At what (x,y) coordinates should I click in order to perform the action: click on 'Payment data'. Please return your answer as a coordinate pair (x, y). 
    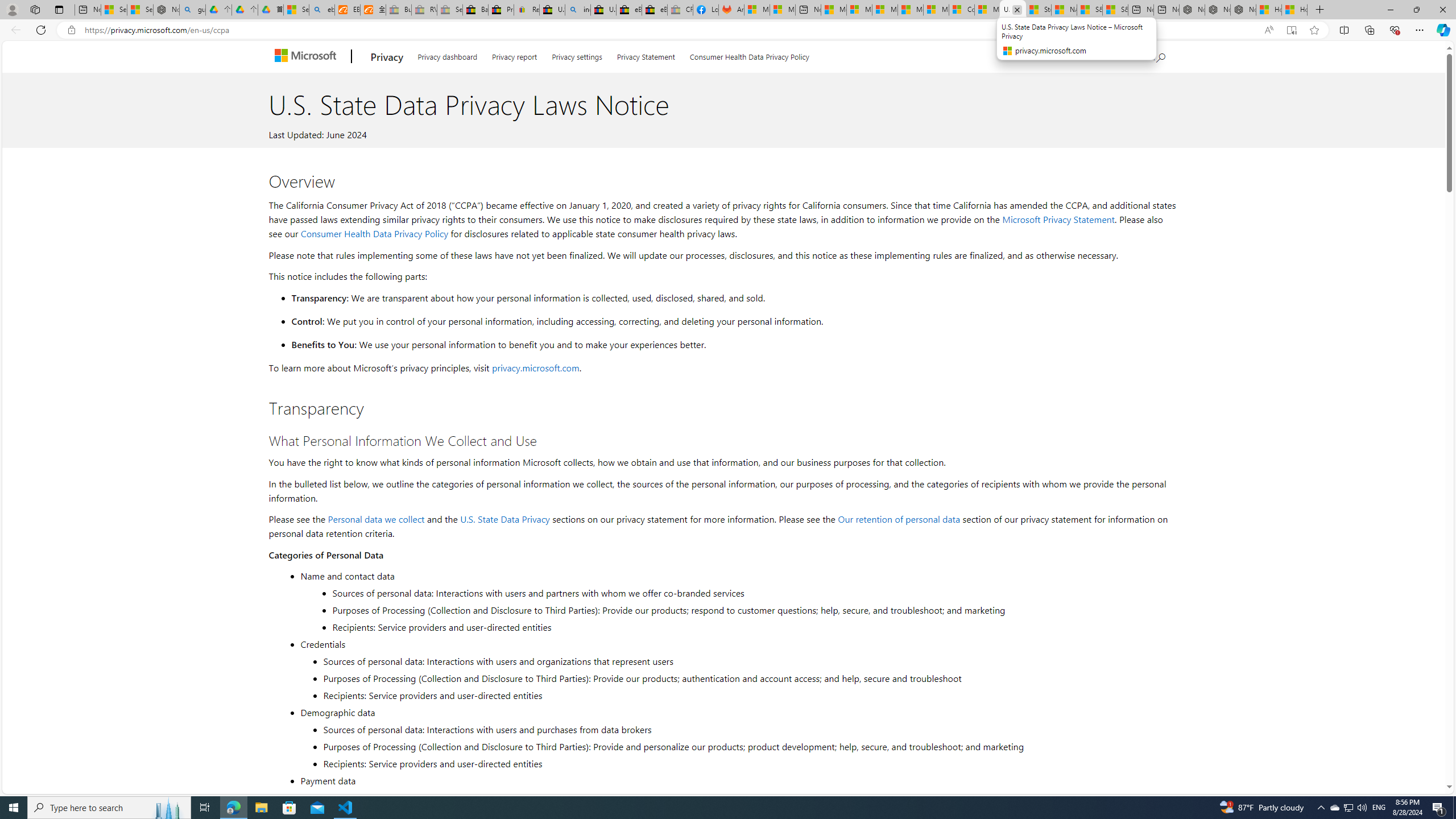
    Looking at the image, I should click on (737, 780).